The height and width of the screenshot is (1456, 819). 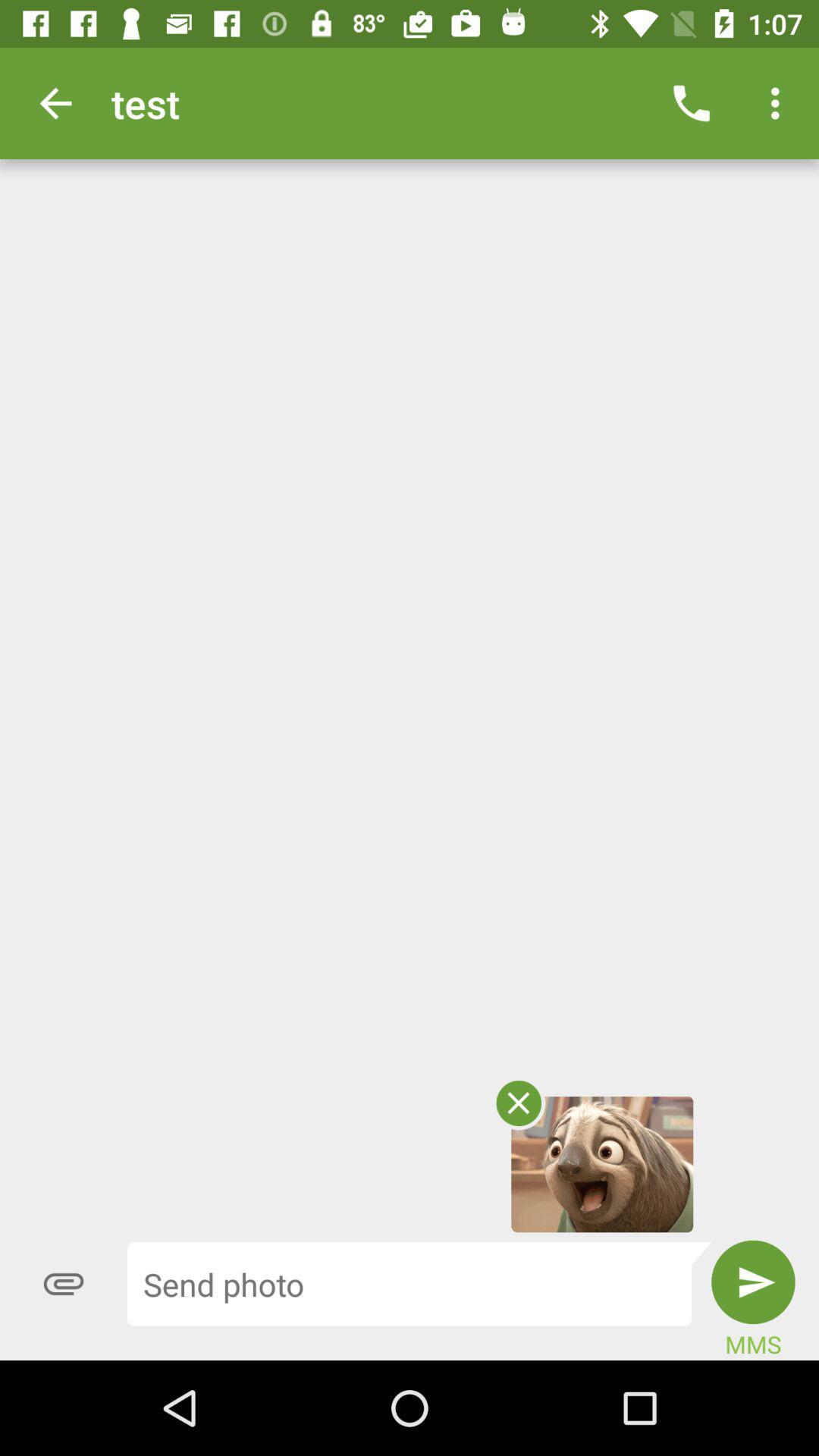 What do you see at coordinates (753, 1281) in the screenshot?
I see `item above mms icon` at bounding box center [753, 1281].